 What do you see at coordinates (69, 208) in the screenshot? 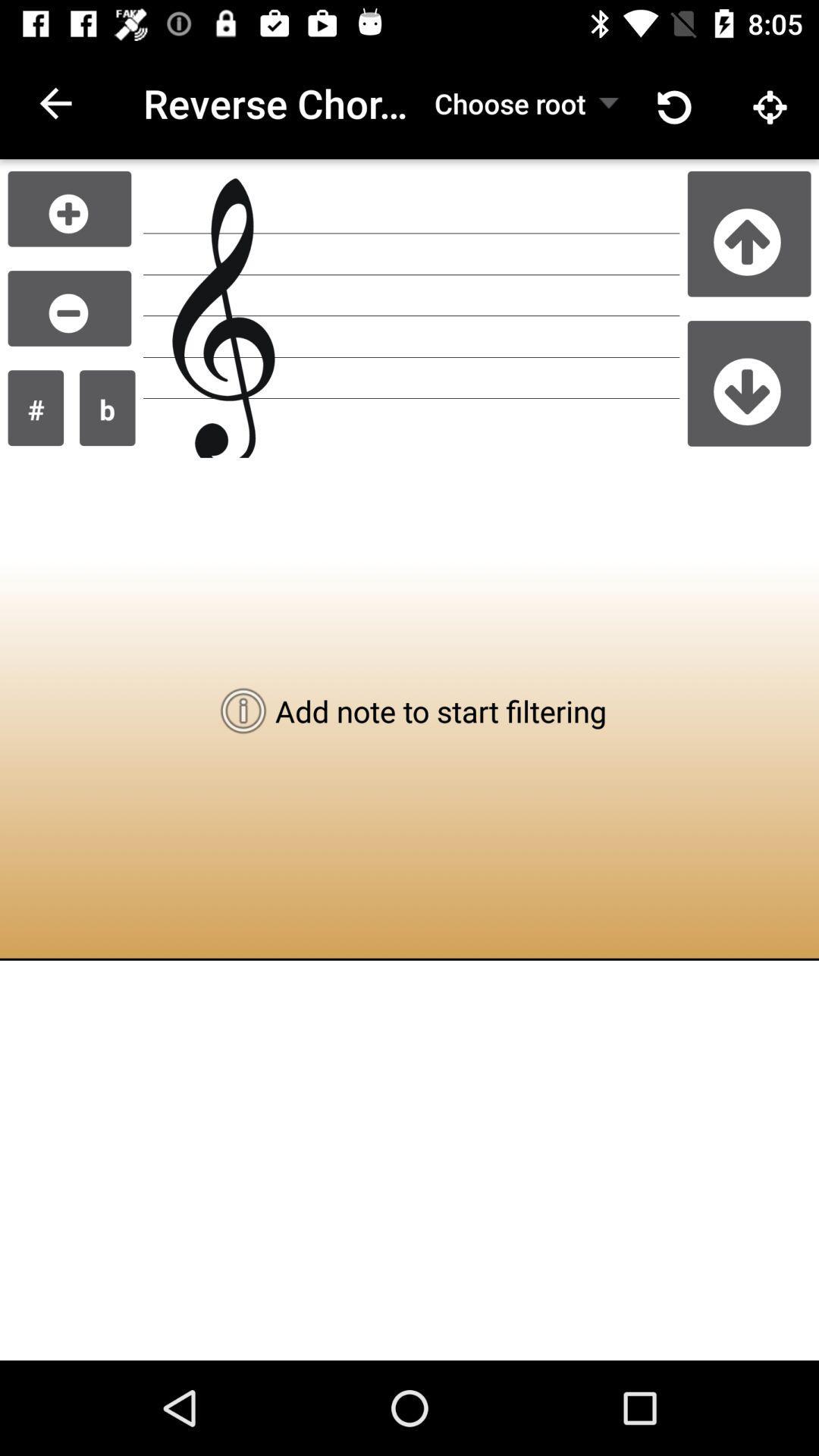
I see `notes` at bounding box center [69, 208].